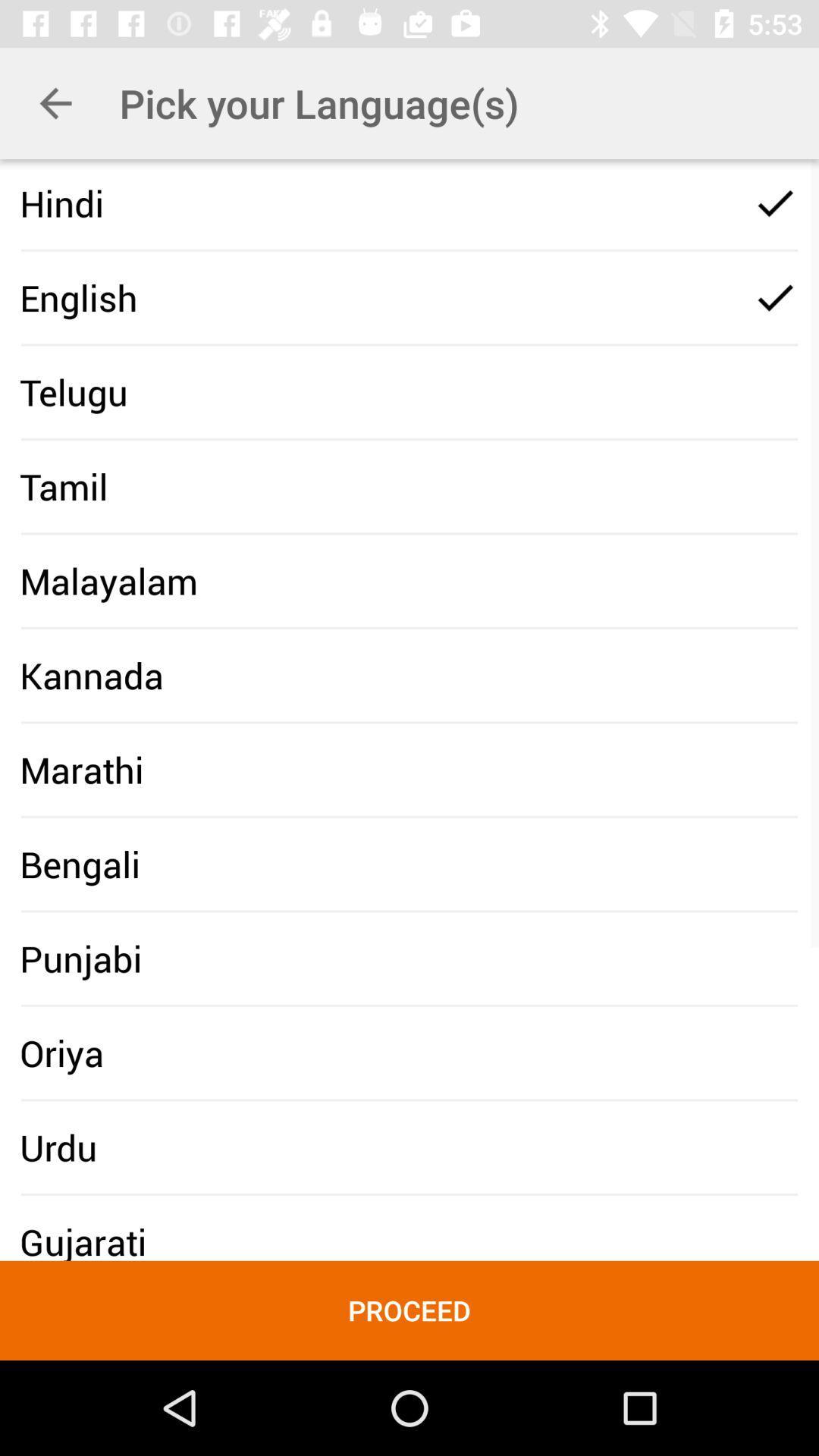 The width and height of the screenshot is (819, 1456). I want to click on the urdu item, so click(58, 1147).